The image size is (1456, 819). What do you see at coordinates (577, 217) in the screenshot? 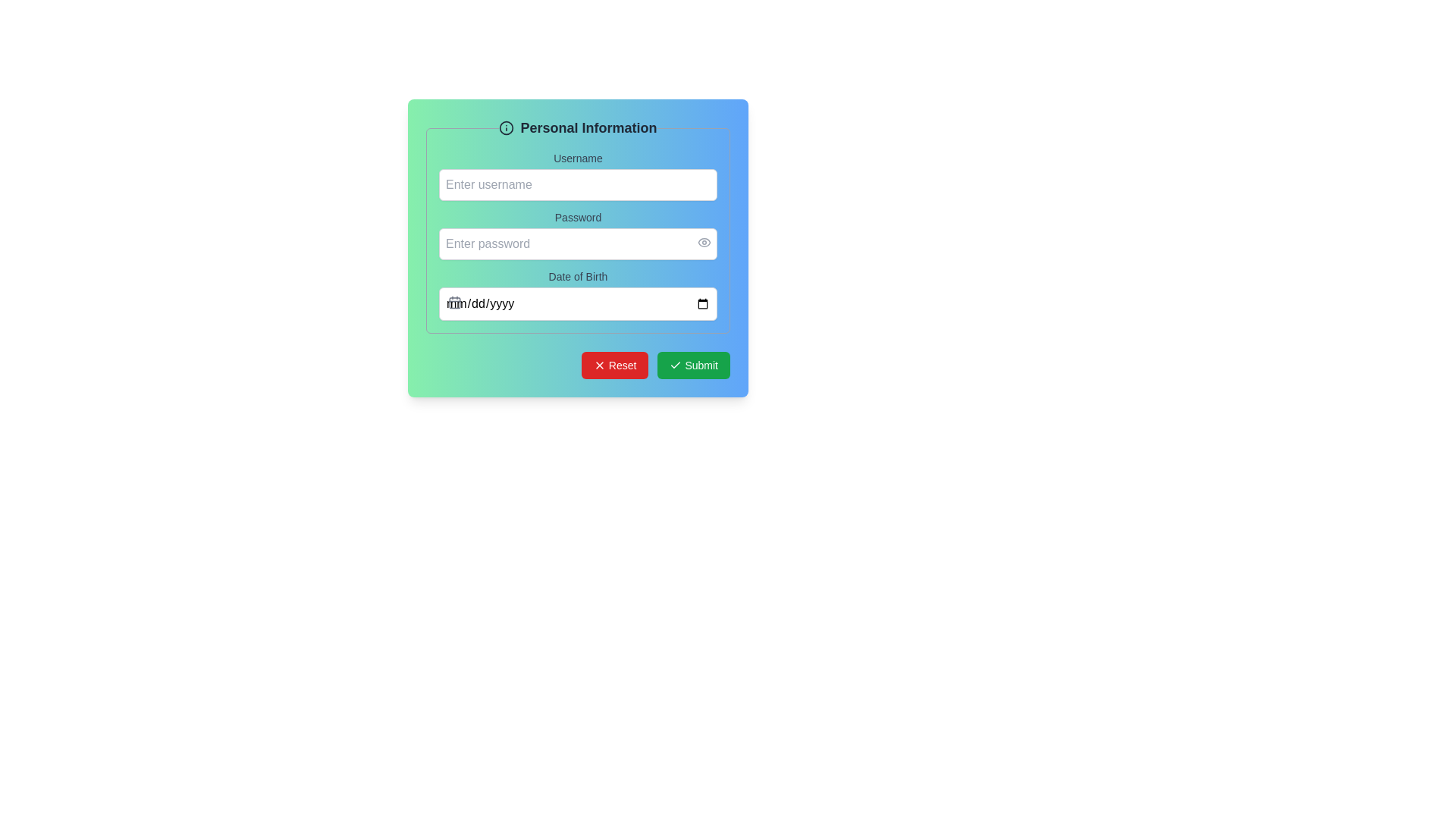
I see `the text label that identifies the password input field, which is positioned above the password input and below the username field` at bounding box center [577, 217].